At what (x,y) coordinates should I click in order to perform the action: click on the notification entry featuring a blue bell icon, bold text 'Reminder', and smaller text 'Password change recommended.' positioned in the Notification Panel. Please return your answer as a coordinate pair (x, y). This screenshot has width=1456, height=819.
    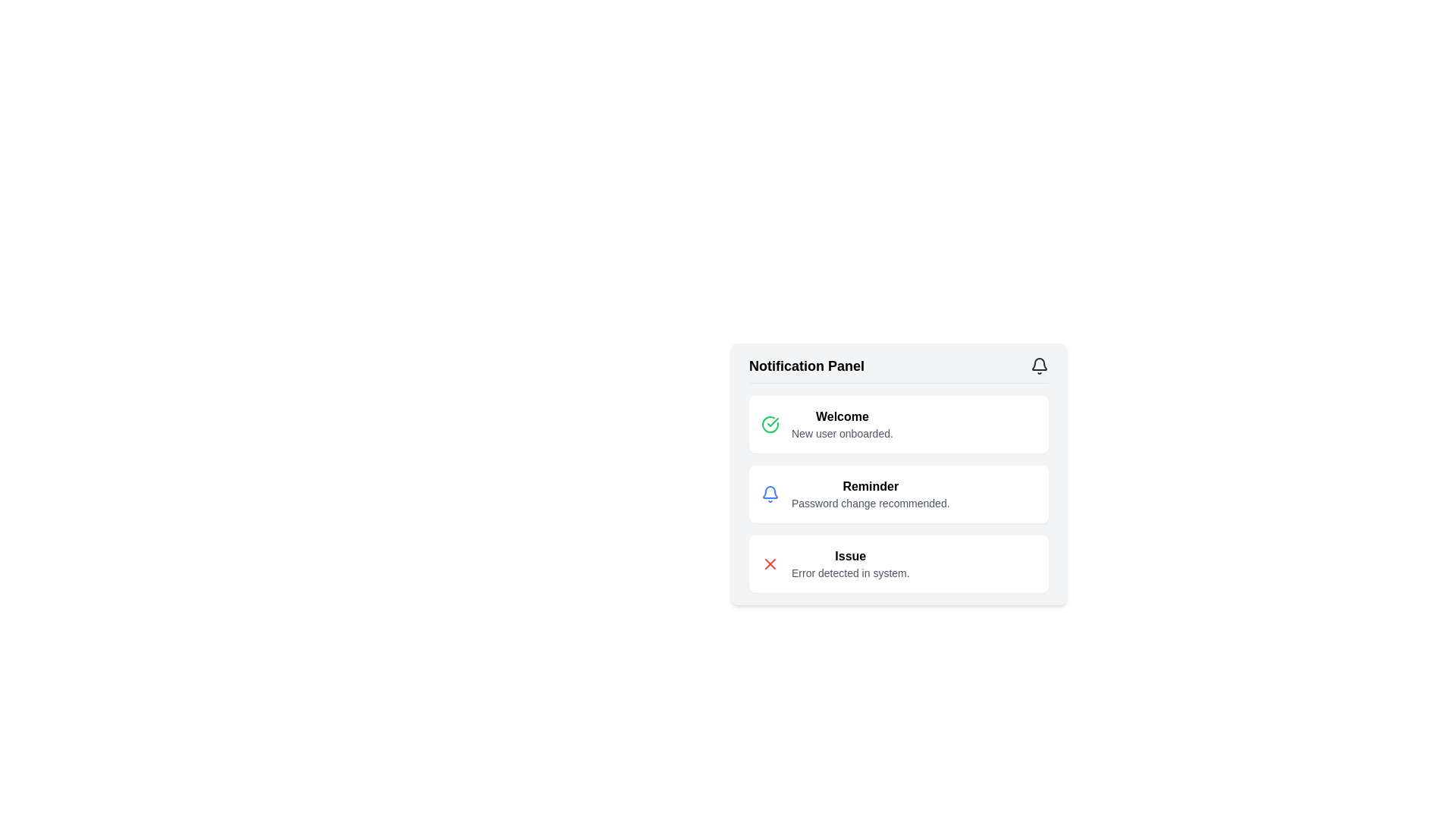
    Looking at the image, I should click on (899, 494).